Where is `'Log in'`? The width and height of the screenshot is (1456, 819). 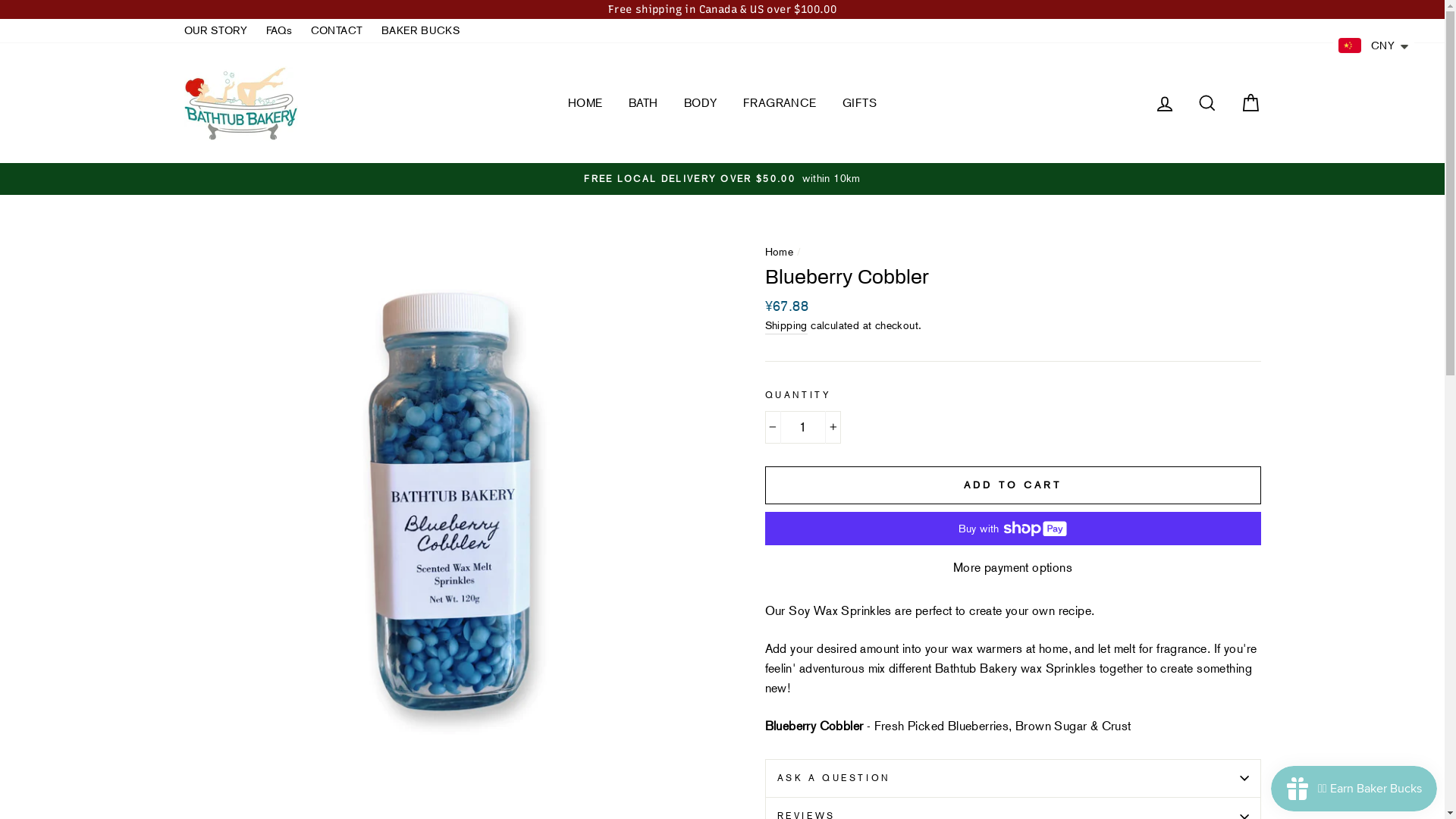 'Log in' is located at coordinates (1164, 102).